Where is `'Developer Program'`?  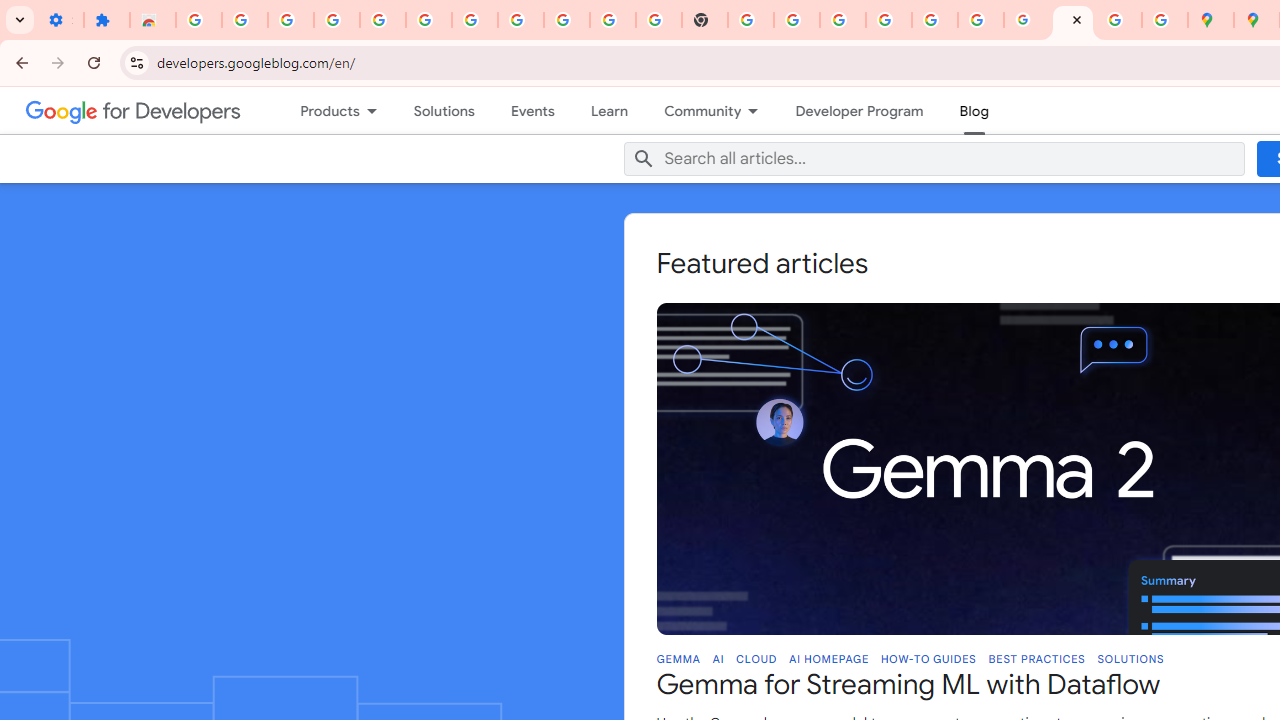
'Developer Program' is located at coordinates (859, 110).